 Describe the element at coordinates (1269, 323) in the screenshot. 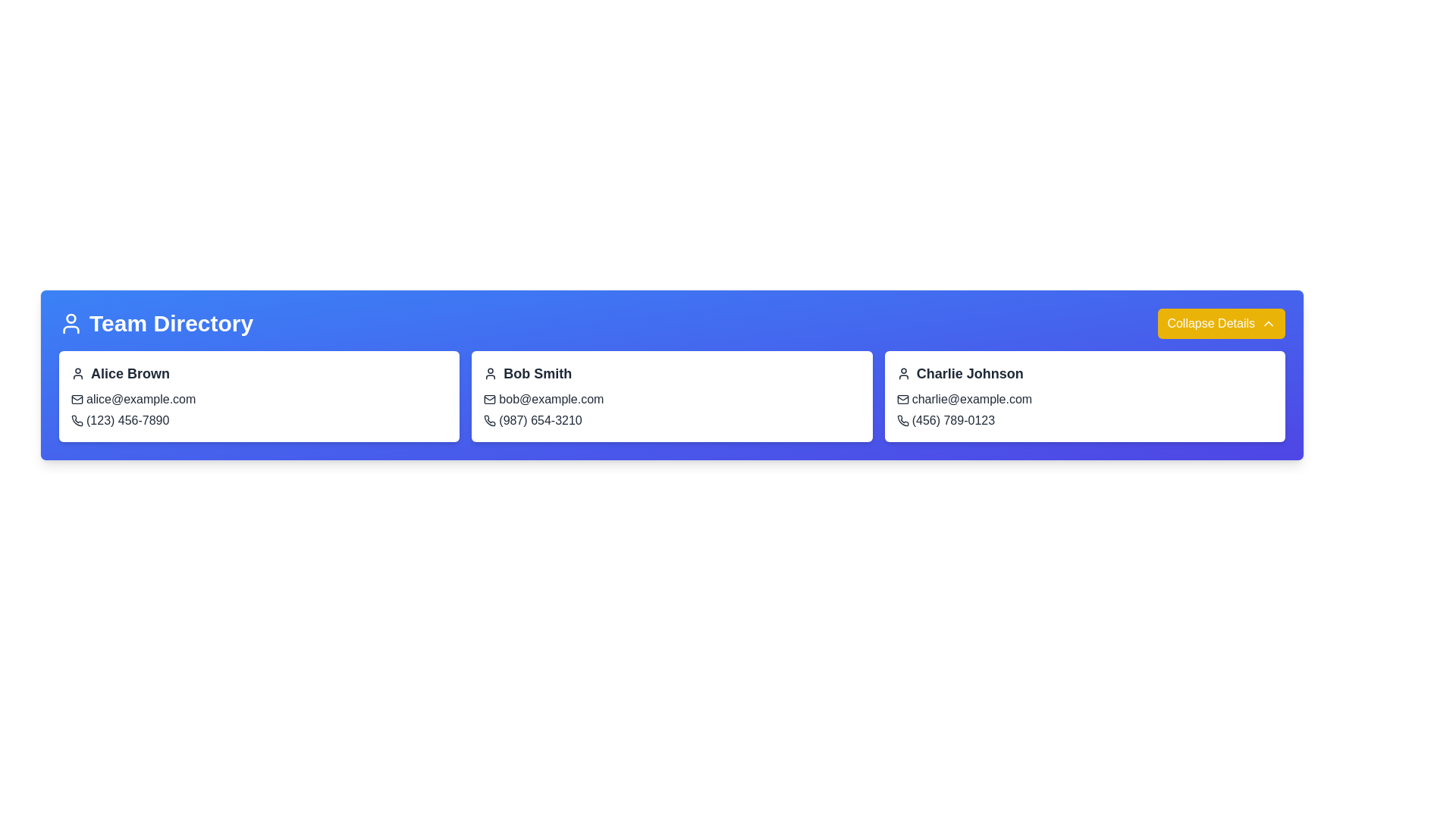

I see `the downward-pointing chevron icon located on the right side of the yellow rectangular button labeled 'Collapse Details'` at that location.